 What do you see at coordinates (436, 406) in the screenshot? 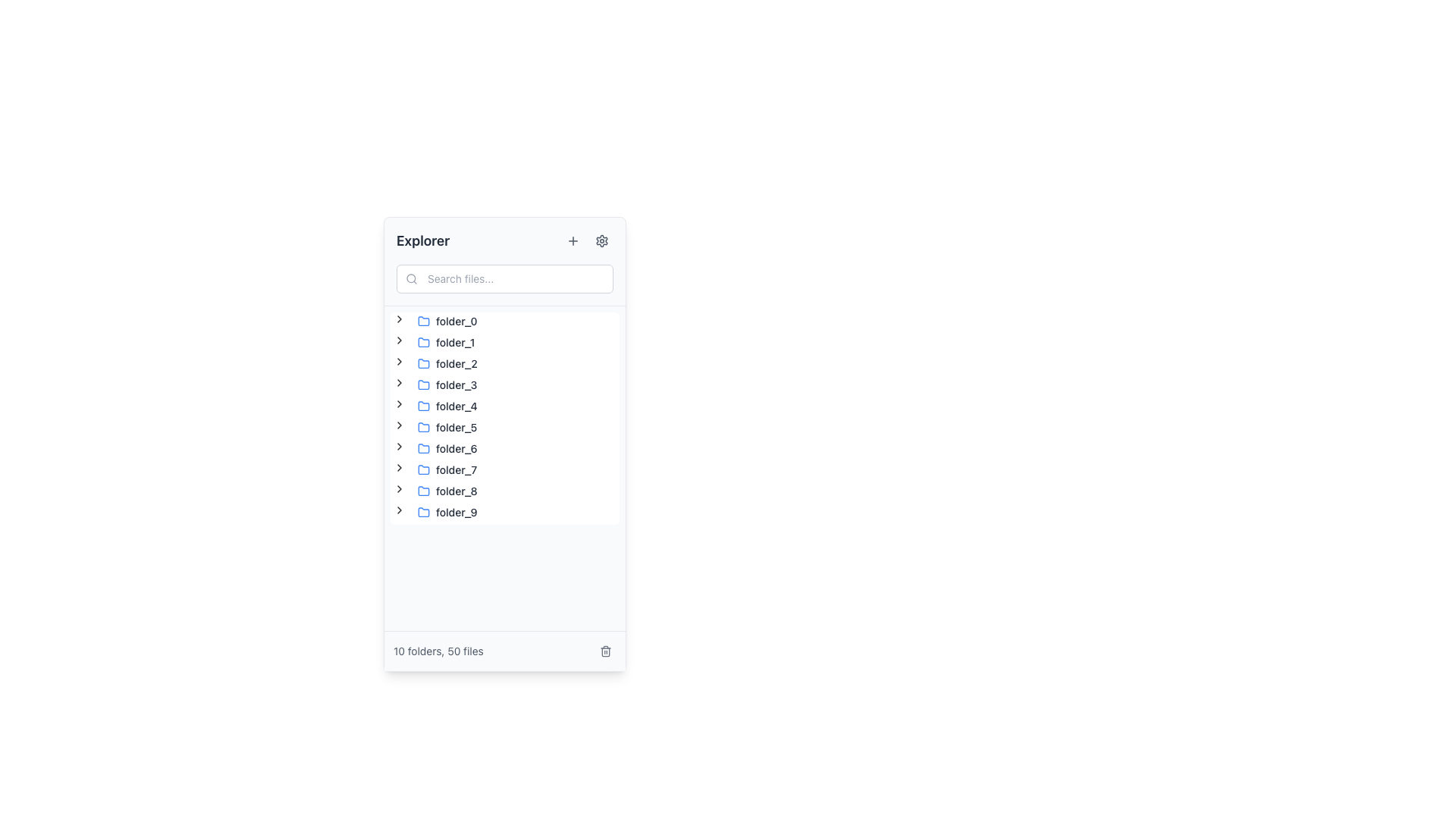
I see `to select the folder named 'folder_4' in the Tree view of the file explorer interface, which is the fifth entry in the directory list` at bounding box center [436, 406].